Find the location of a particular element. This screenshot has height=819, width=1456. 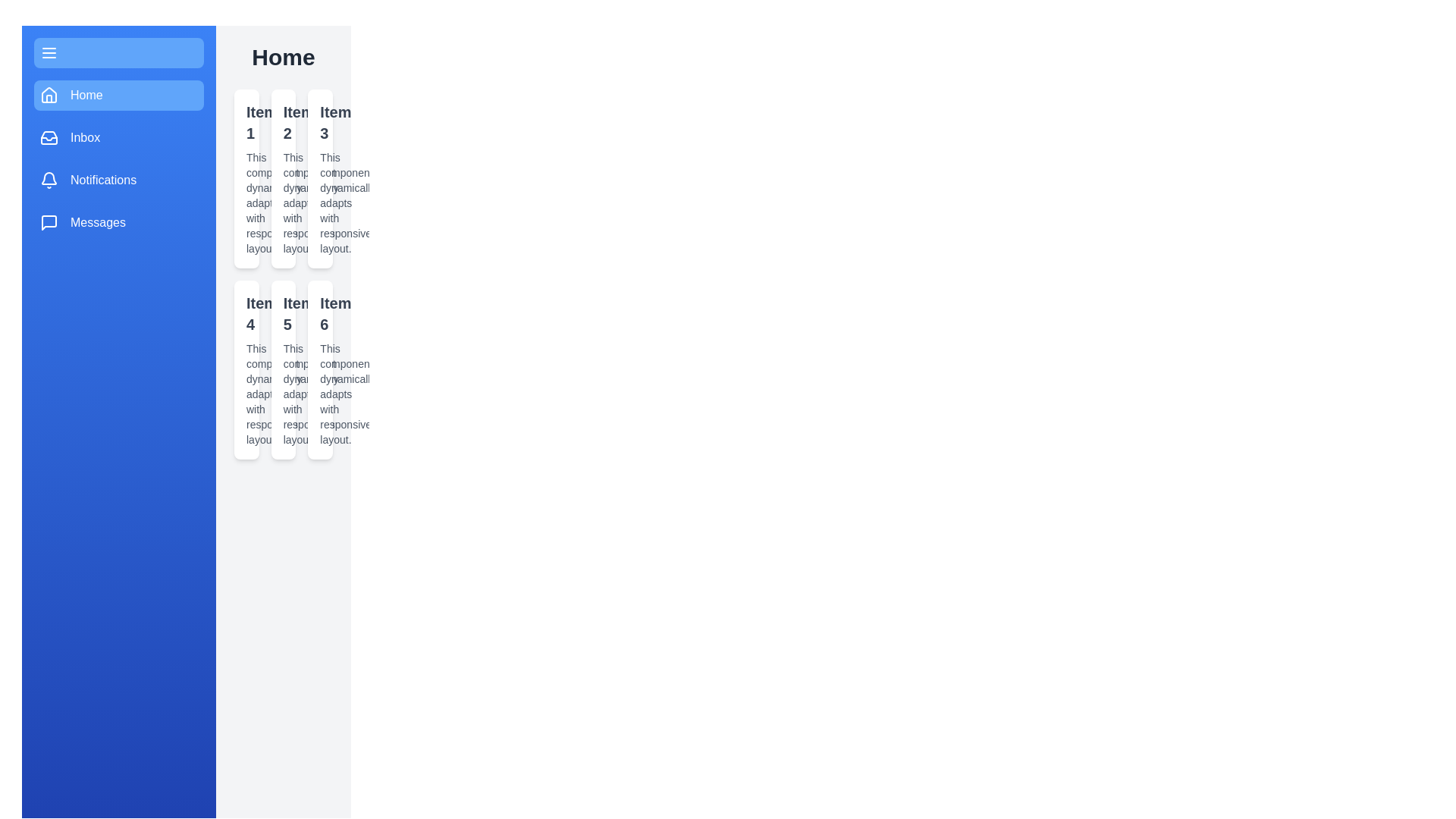

text label element displaying 'This component dynamically adapts with responsive layout.' located below the heading 'Item 3' in the rounded panel is located at coordinates (319, 202).